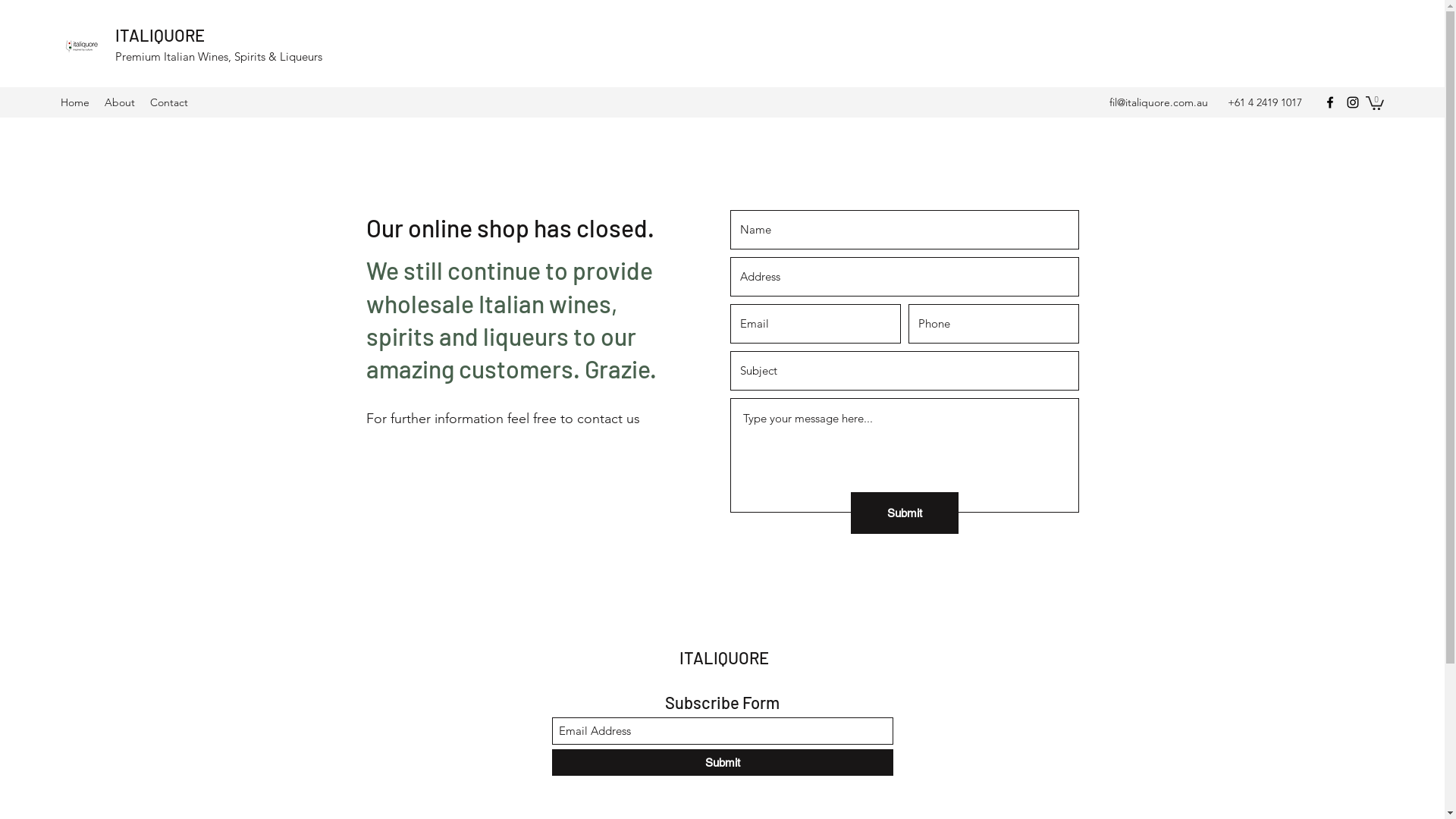 The height and width of the screenshot is (819, 1456). I want to click on 'Home', so click(74, 102).